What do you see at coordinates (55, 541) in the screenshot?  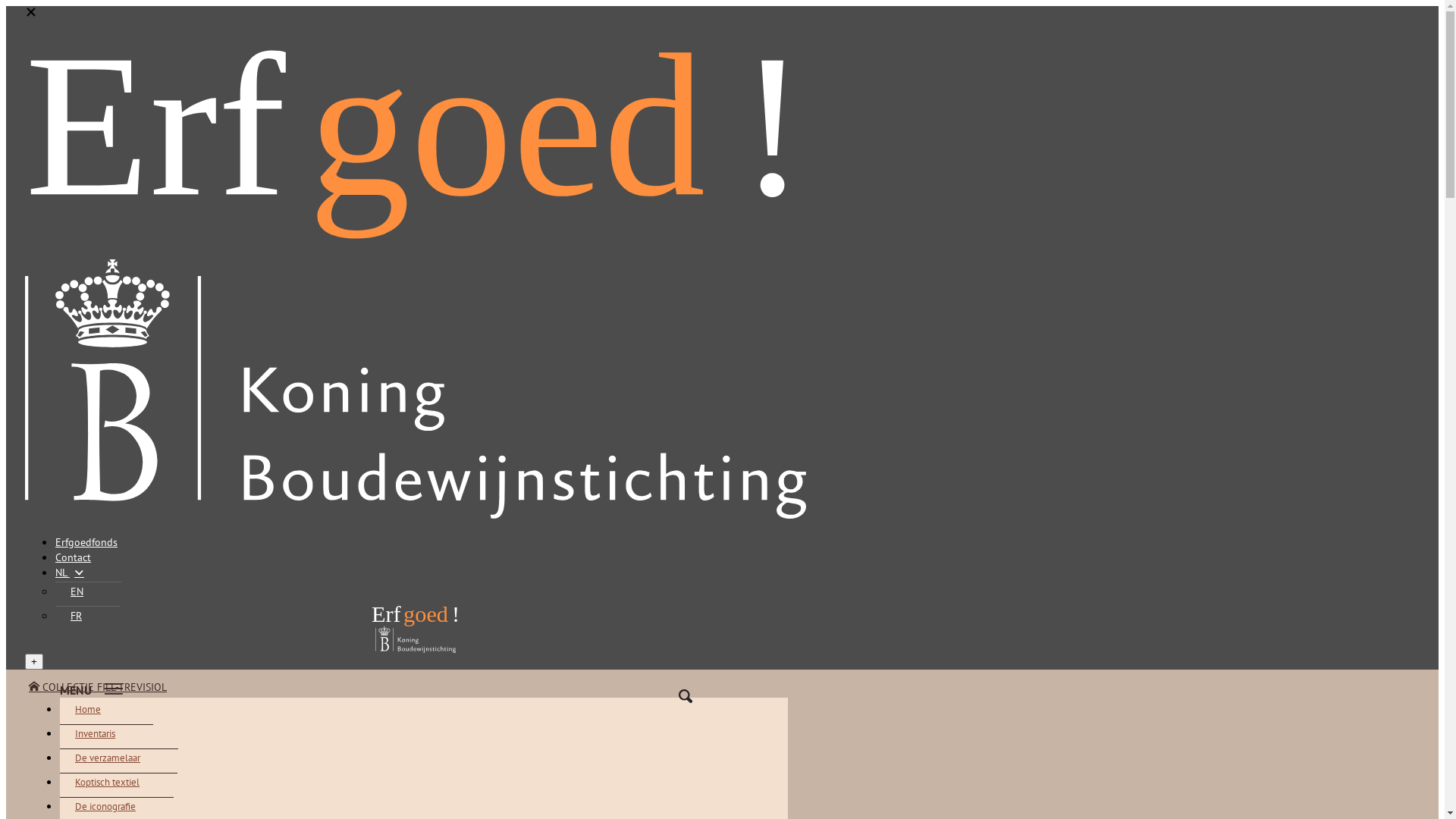 I see `'Erfgoedfonds'` at bounding box center [55, 541].